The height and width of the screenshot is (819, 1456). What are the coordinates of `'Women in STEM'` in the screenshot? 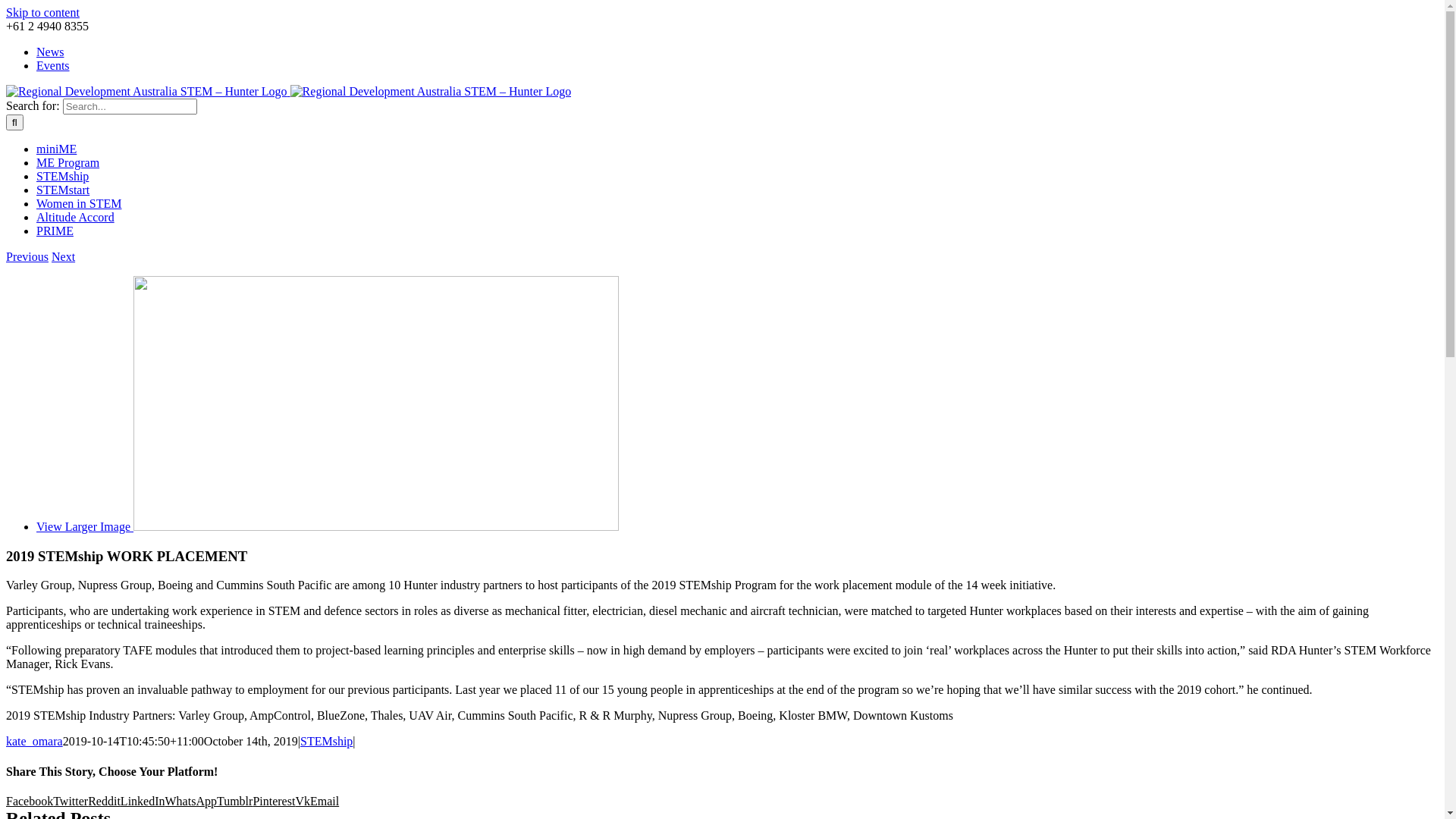 It's located at (78, 202).